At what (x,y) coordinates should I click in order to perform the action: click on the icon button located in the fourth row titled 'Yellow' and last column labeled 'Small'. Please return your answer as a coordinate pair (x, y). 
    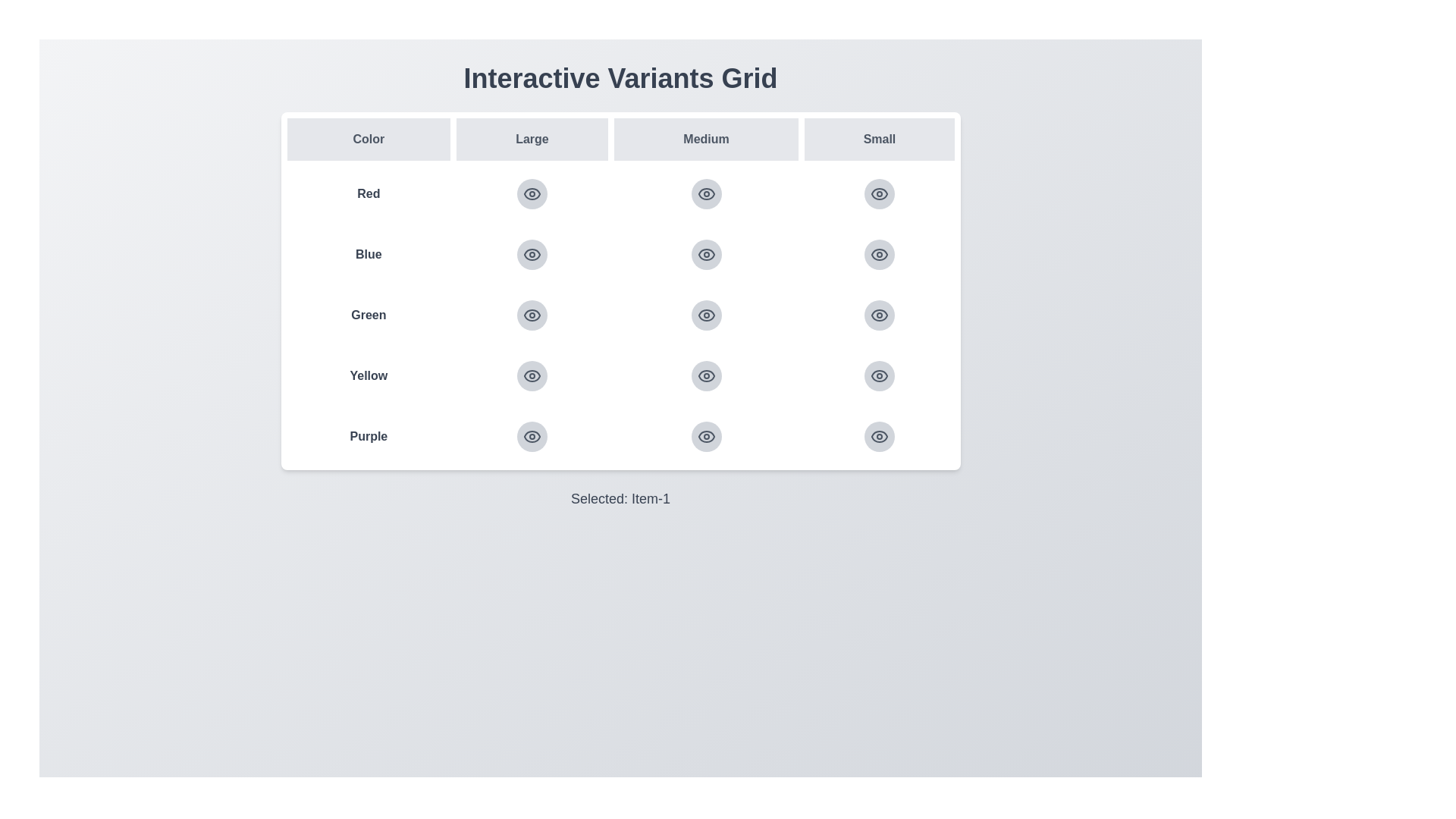
    Looking at the image, I should click on (878, 375).